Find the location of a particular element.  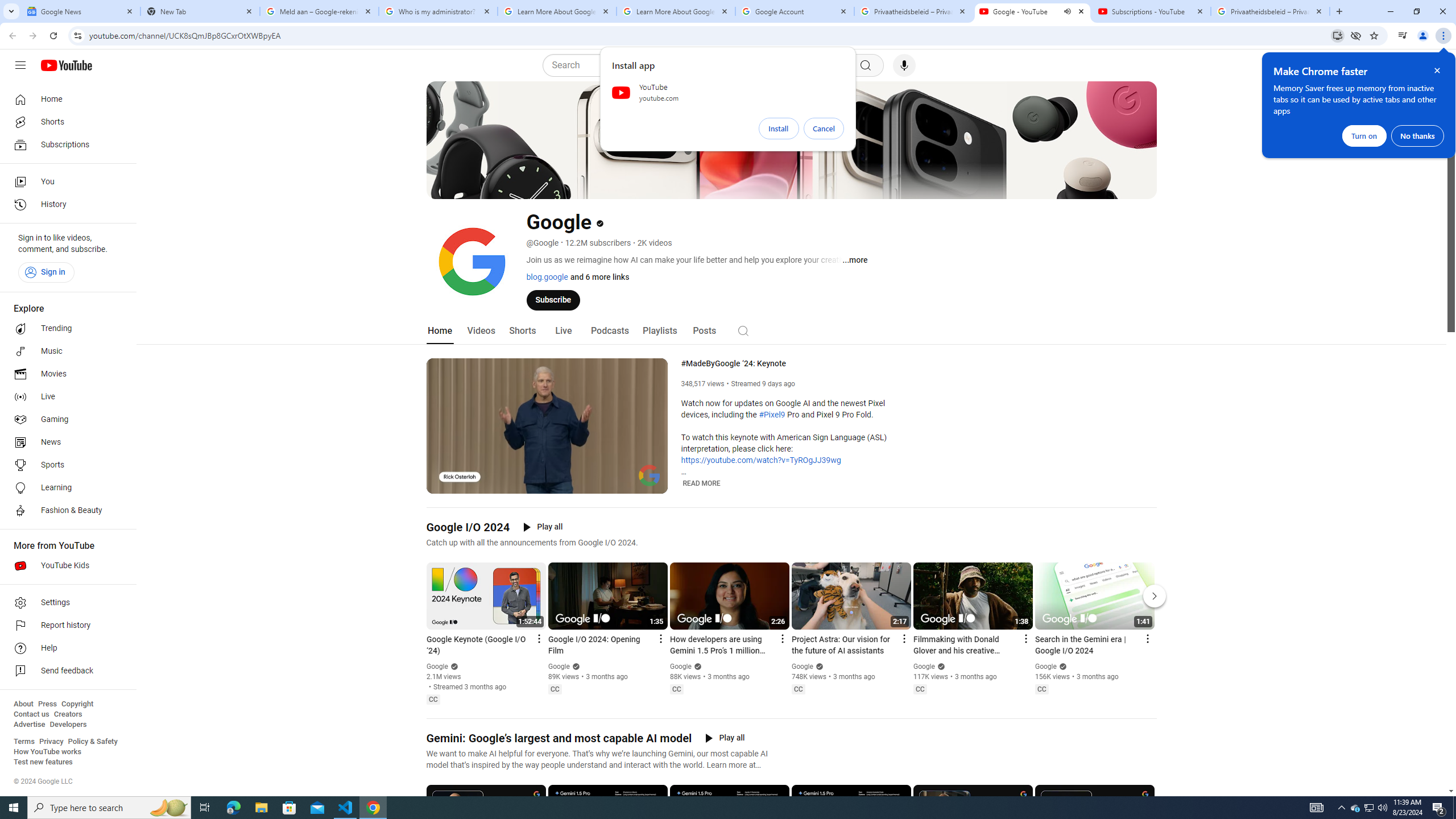

'Turn on' is located at coordinates (1363, 135).